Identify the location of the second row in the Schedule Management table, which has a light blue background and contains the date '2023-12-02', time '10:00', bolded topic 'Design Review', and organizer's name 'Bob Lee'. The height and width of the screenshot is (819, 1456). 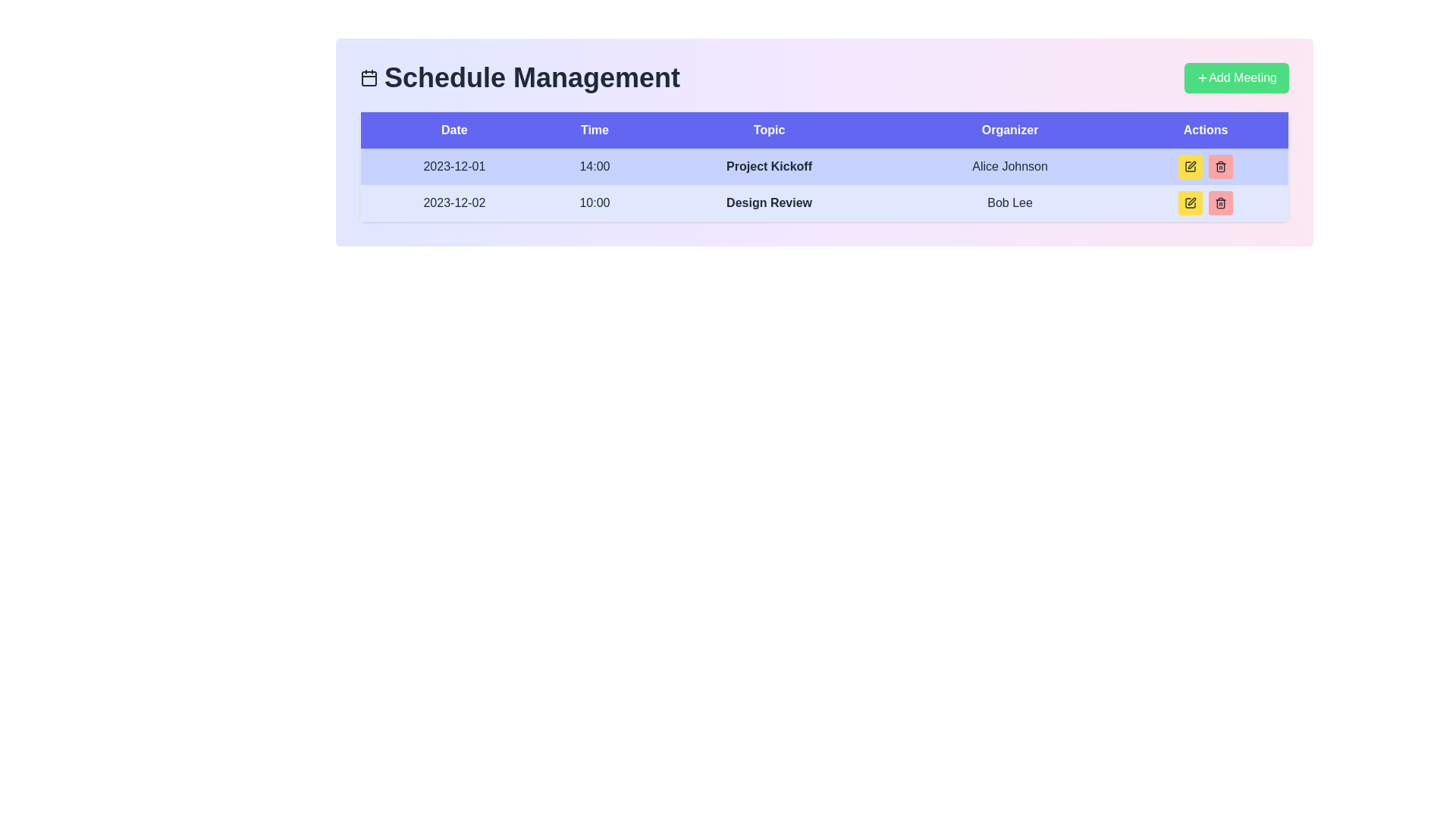
(824, 202).